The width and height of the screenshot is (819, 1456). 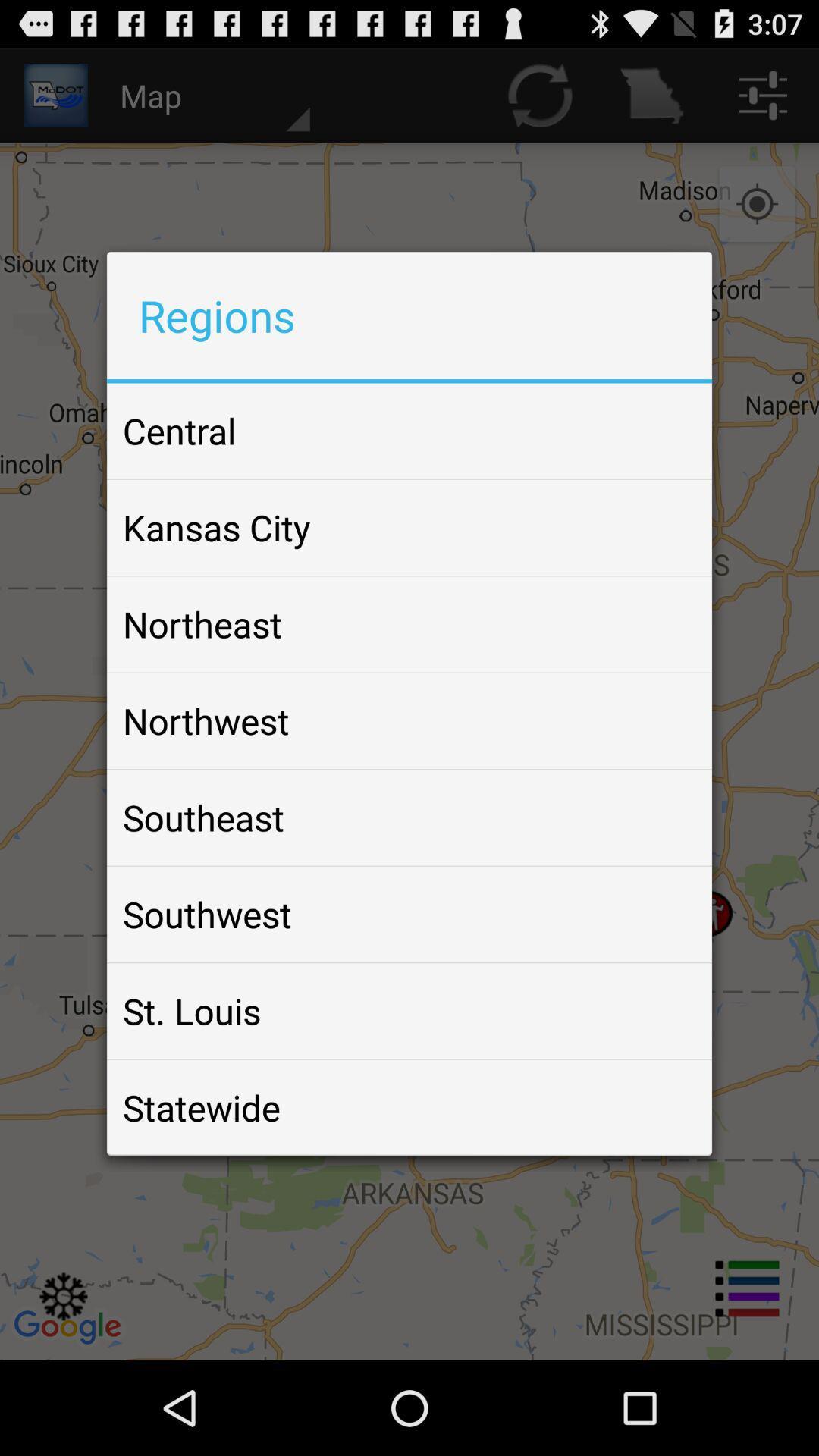 I want to click on item to the right of the statewide app, so click(x=663, y=1107).